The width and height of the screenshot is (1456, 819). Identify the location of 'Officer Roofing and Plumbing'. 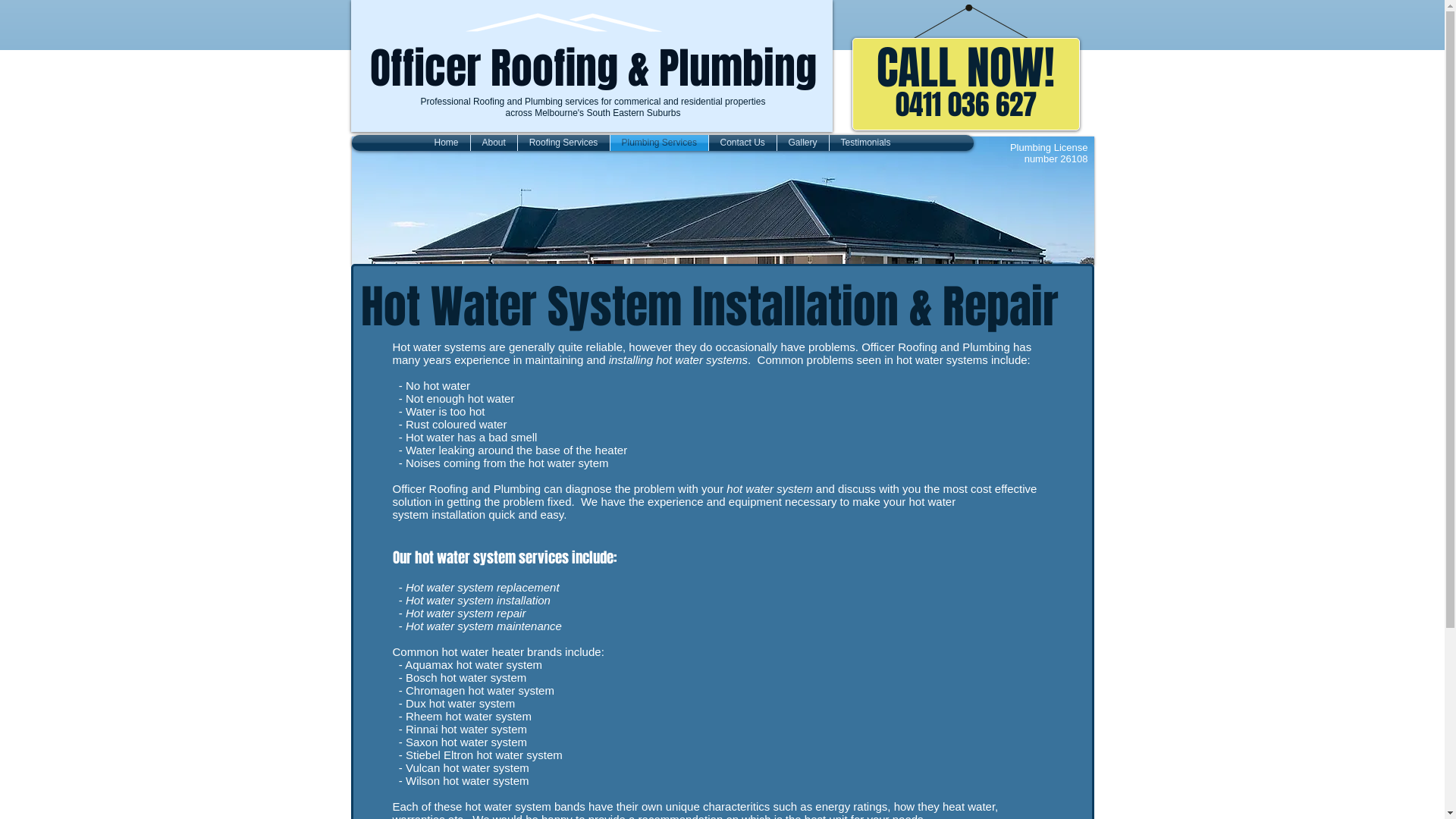
(564, 26).